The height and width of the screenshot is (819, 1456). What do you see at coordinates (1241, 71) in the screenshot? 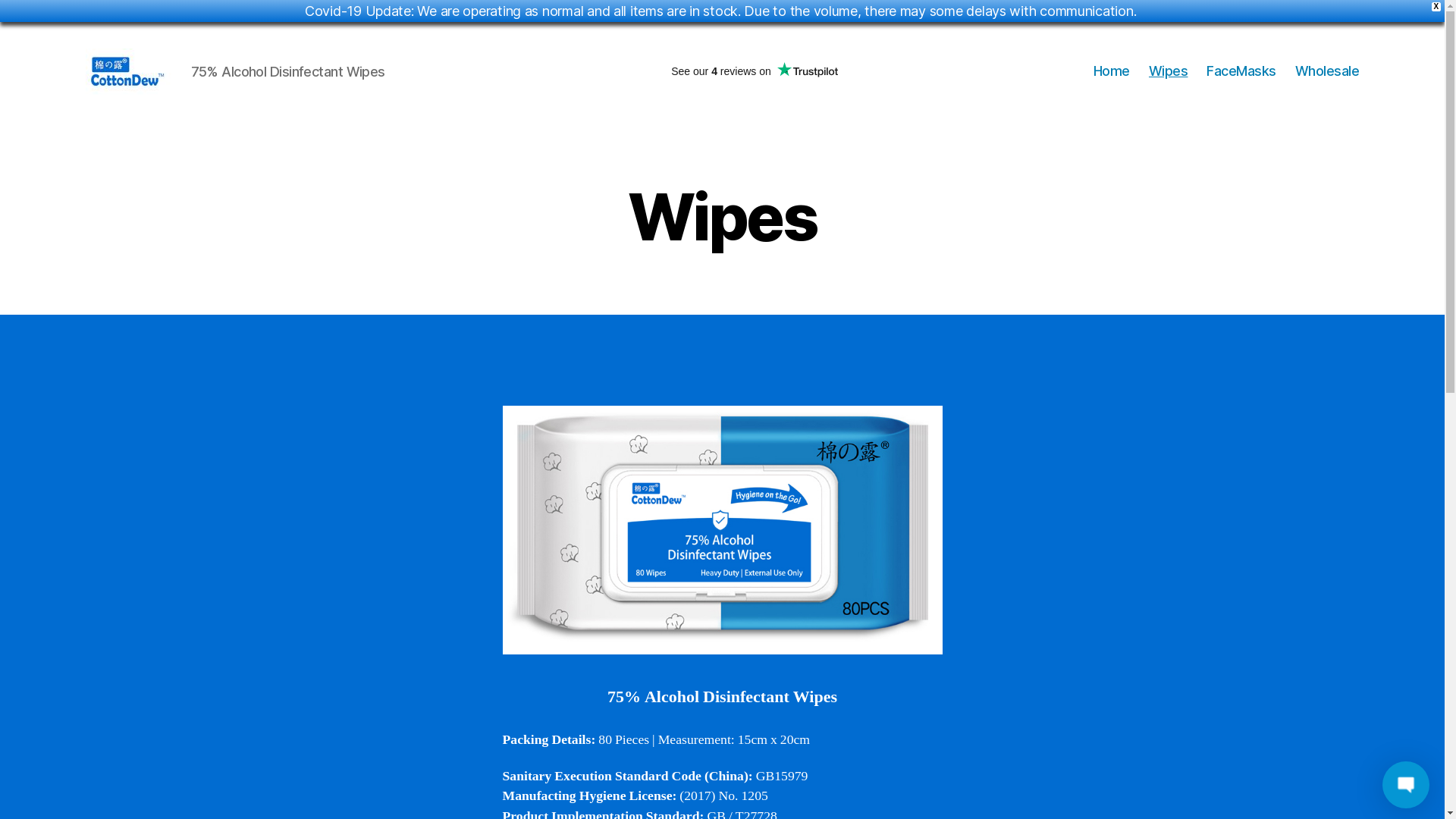
I see `'FaceMasks'` at bounding box center [1241, 71].